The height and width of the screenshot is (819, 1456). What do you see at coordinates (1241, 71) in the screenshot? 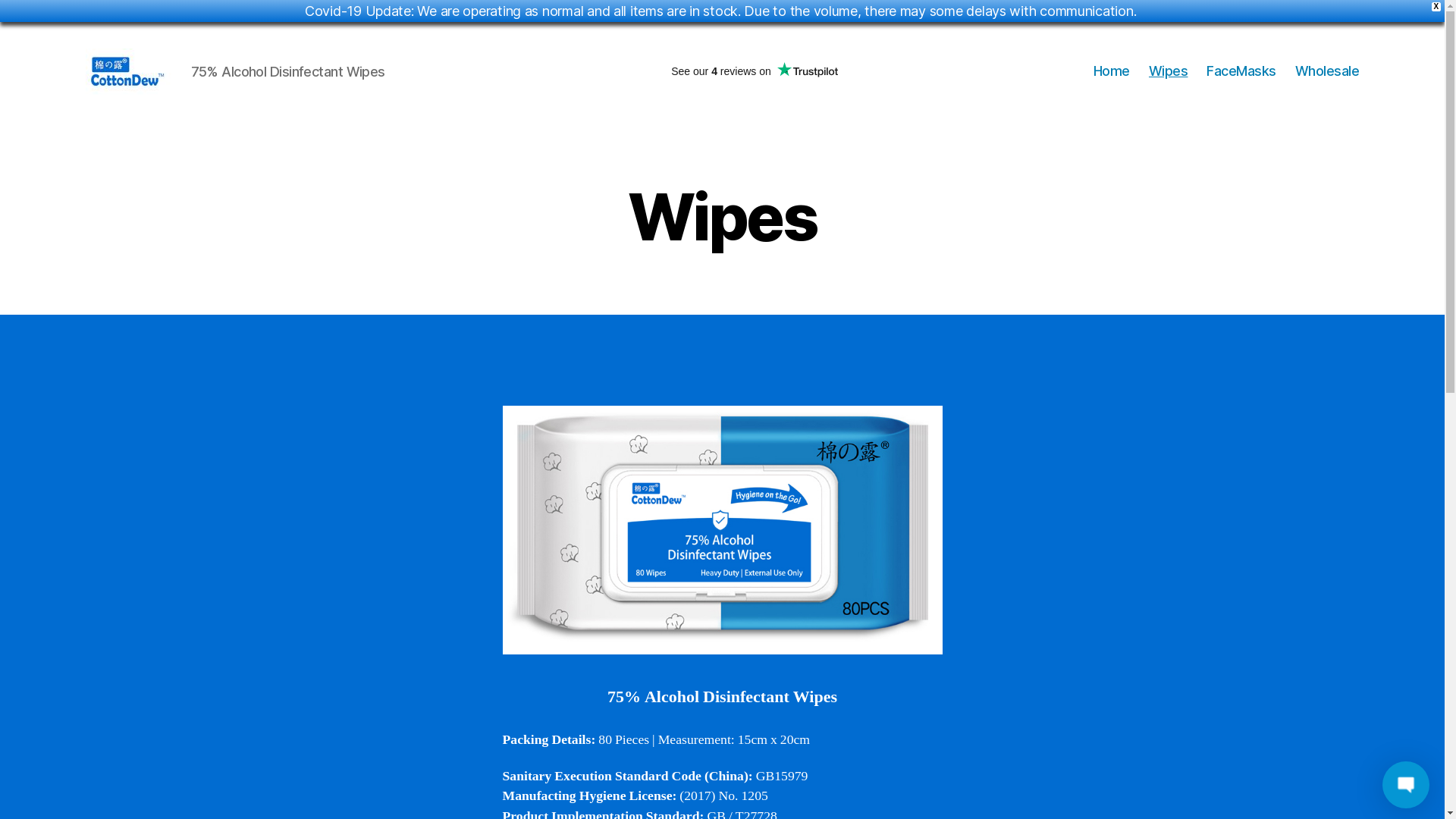
I see `'FaceMasks'` at bounding box center [1241, 71].